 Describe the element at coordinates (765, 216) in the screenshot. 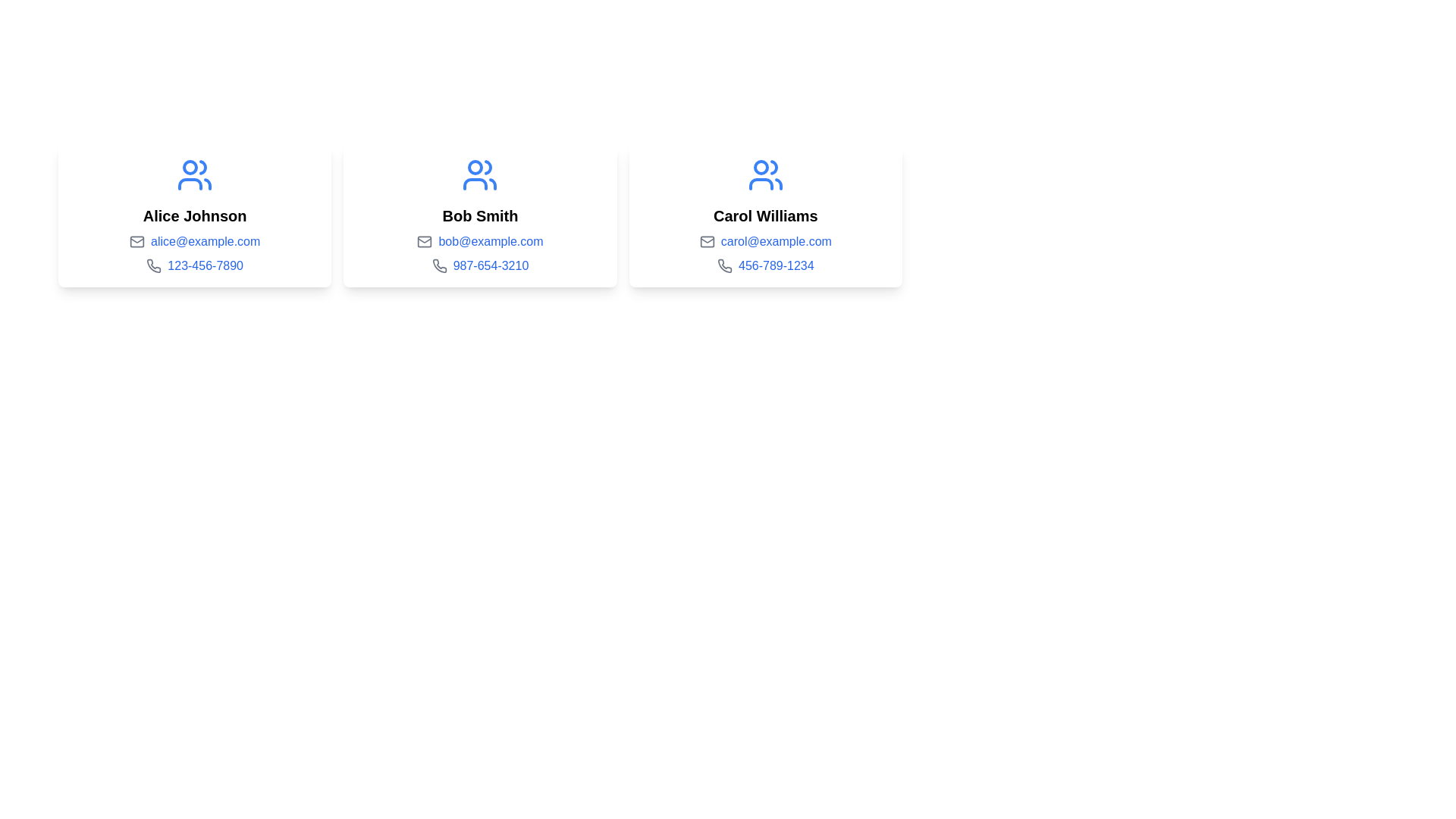

I see `the text label displaying 'Carol Williams' in the third card from the left, to associate its content with other elements in the same card` at that location.